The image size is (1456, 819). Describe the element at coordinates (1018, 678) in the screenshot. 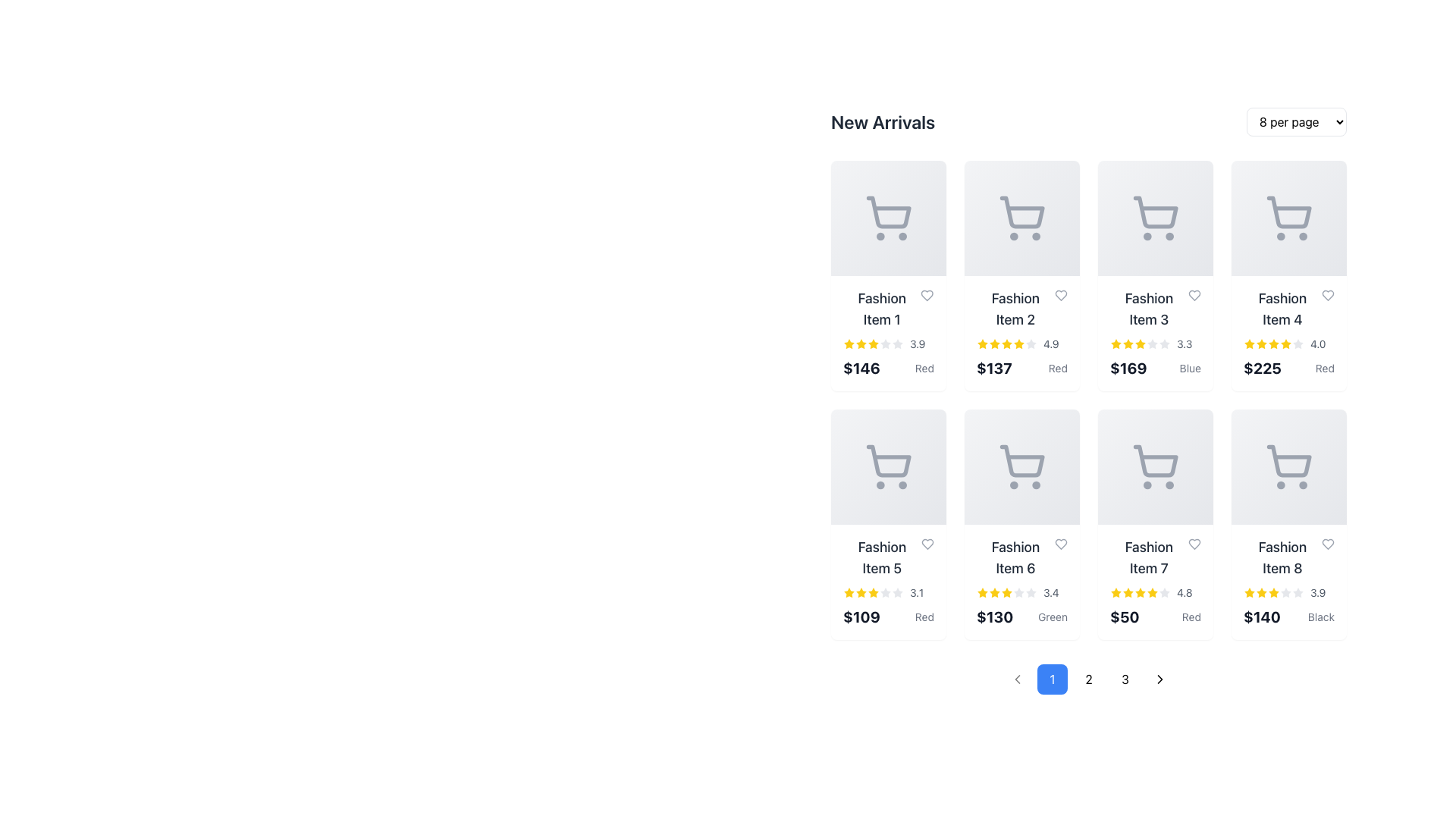

I see `the left-pointing chevron arrow icon located at the bottom-left section of the interface` at that location.